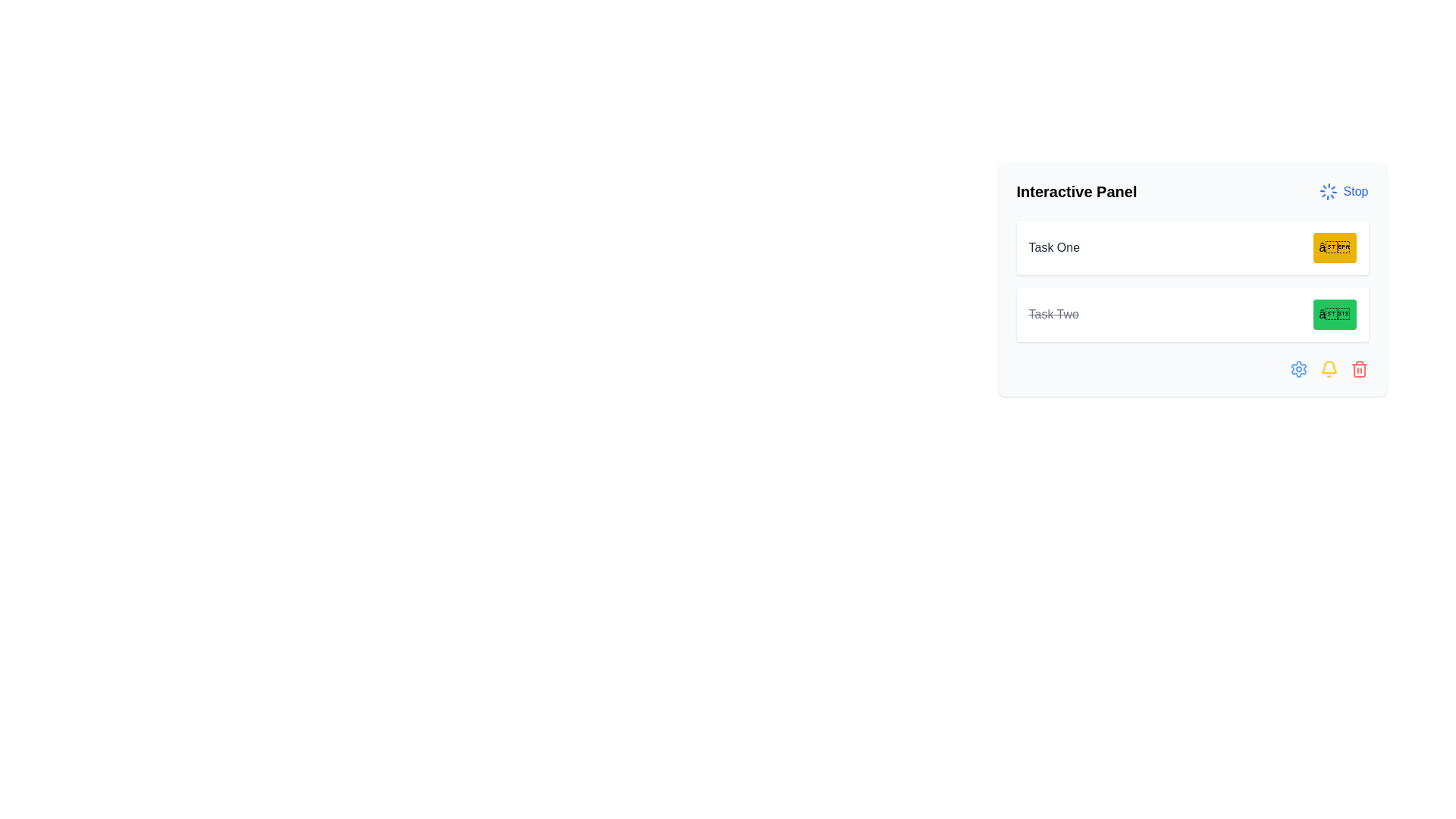 This screenshot has height=819, width=1456. What do you see at coordinates (1191, 281) in the screenshot?
I see `the Task List Component located in the Interactive Panel` at bounding box center [1191, 281].